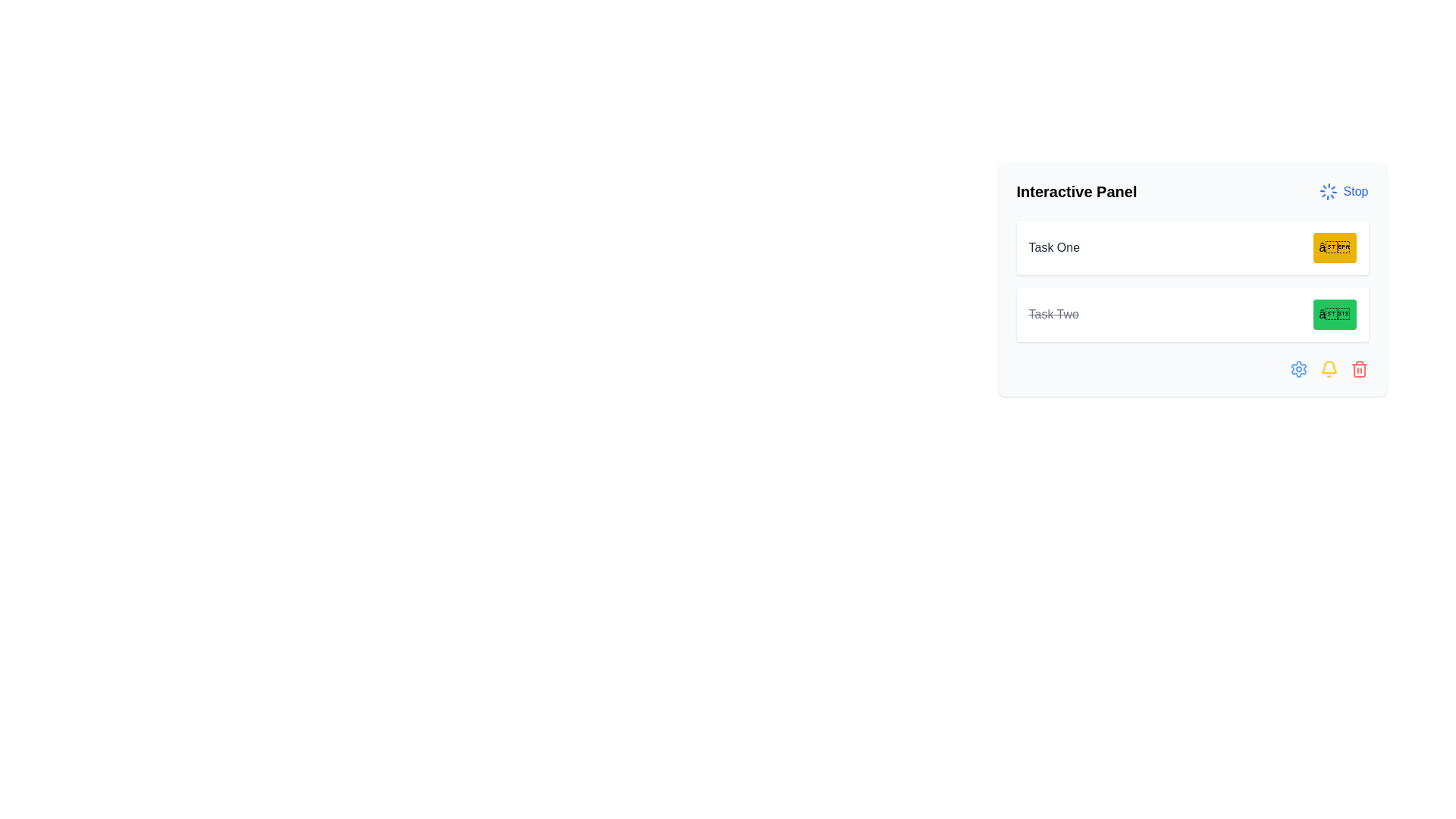 This screenshot has height=819, width=1456. What do you see at coordinates (1191, 281) in the screenshot?
I see `the Task List Component located in the Interactive Panel` at bounding box center [1191, 281].